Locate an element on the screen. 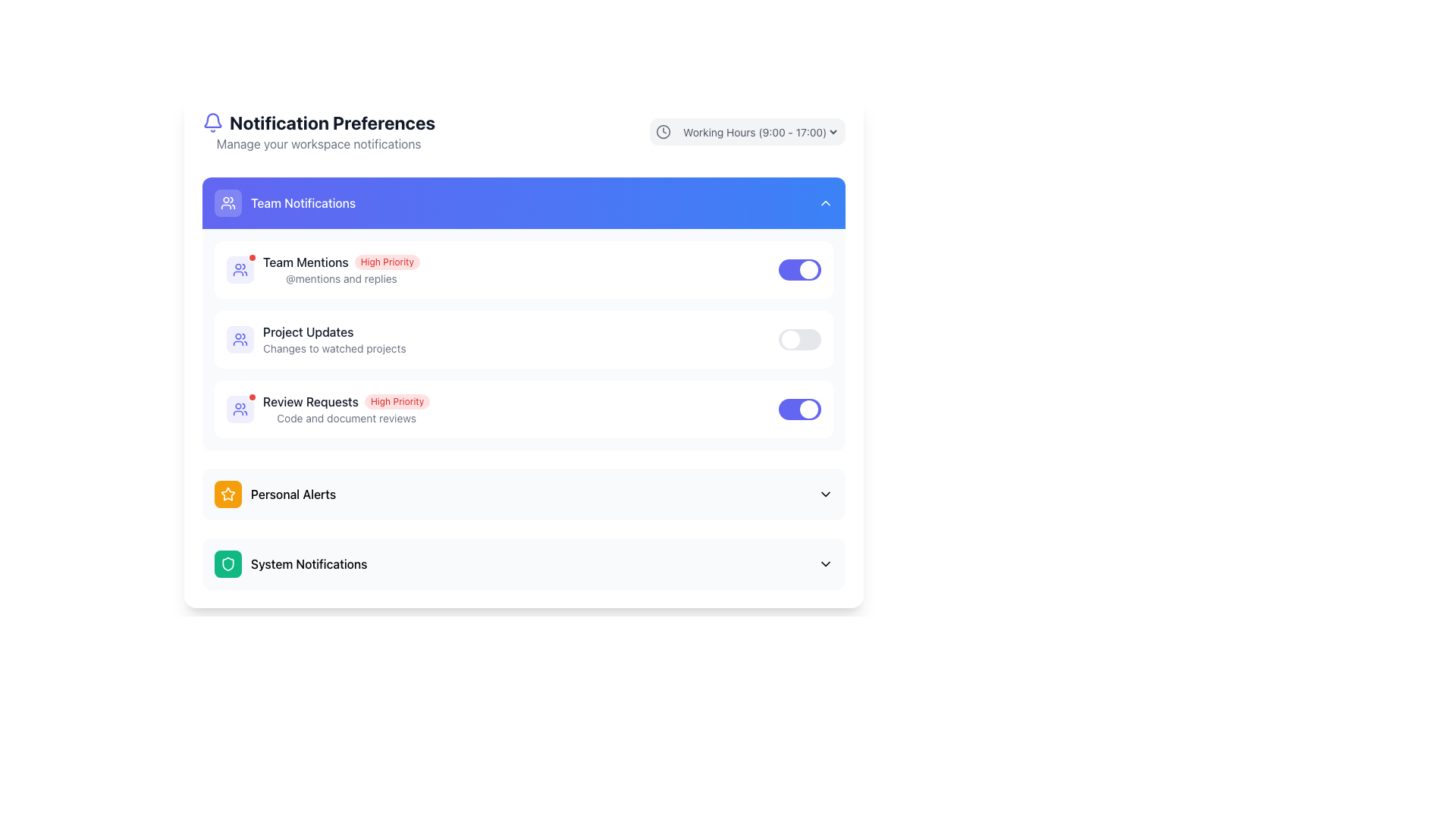 The image size is (1456, 819). the circular vector graphic component within the clock icon located near the top-right corner of the interface, adjacent to the 'Working Hours' dropdown menu is located at coordinates (663, 130).